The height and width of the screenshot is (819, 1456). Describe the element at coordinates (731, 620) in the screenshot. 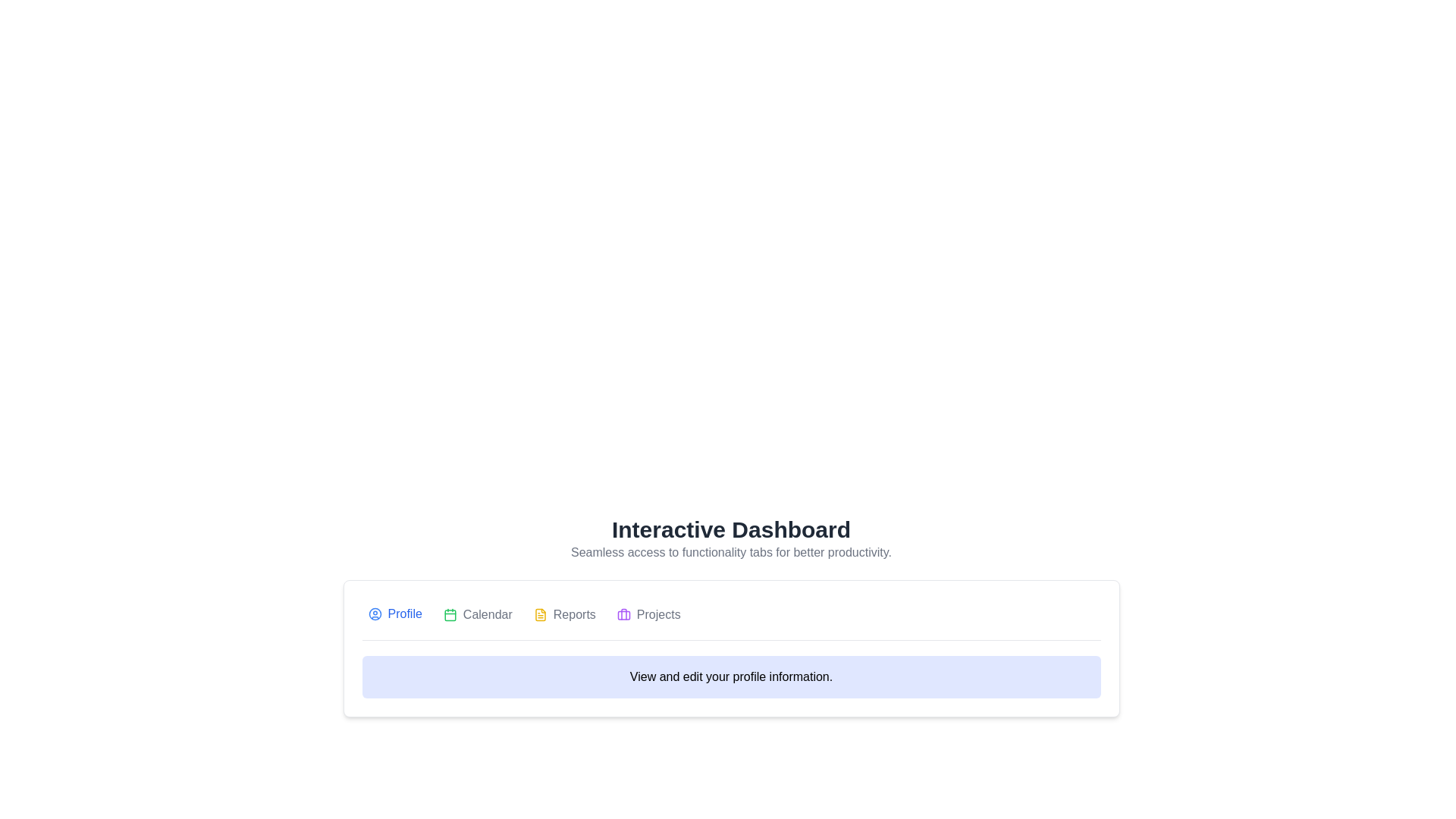

I see `the active tab in the navigation bar located near the center of the interface` at that location.